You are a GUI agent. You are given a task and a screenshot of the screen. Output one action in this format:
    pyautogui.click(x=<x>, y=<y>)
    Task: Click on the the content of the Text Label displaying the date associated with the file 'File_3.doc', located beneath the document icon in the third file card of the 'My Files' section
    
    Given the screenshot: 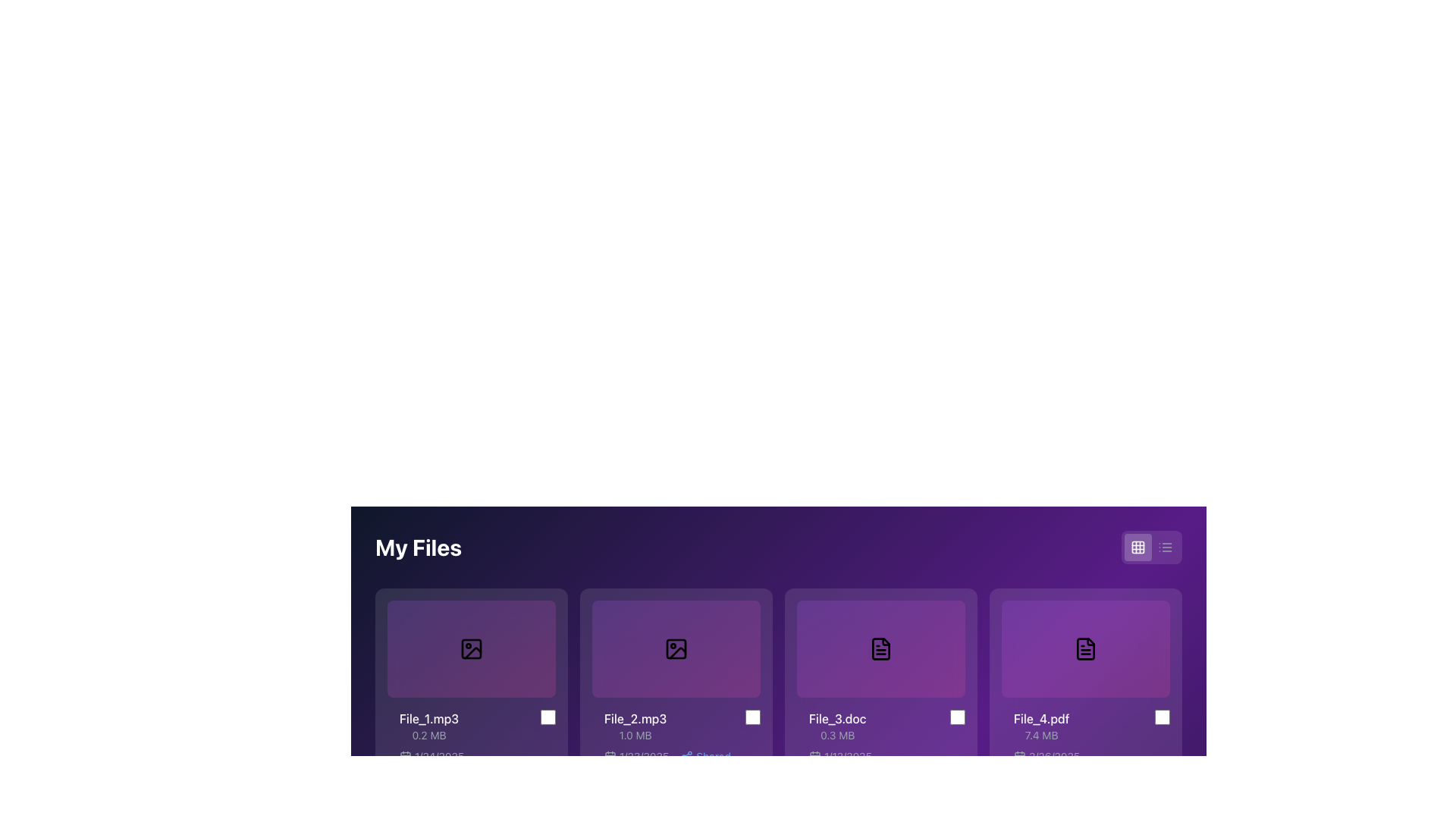 What is the action you would take?
    pyautogui.click(x=839, y=757)
    